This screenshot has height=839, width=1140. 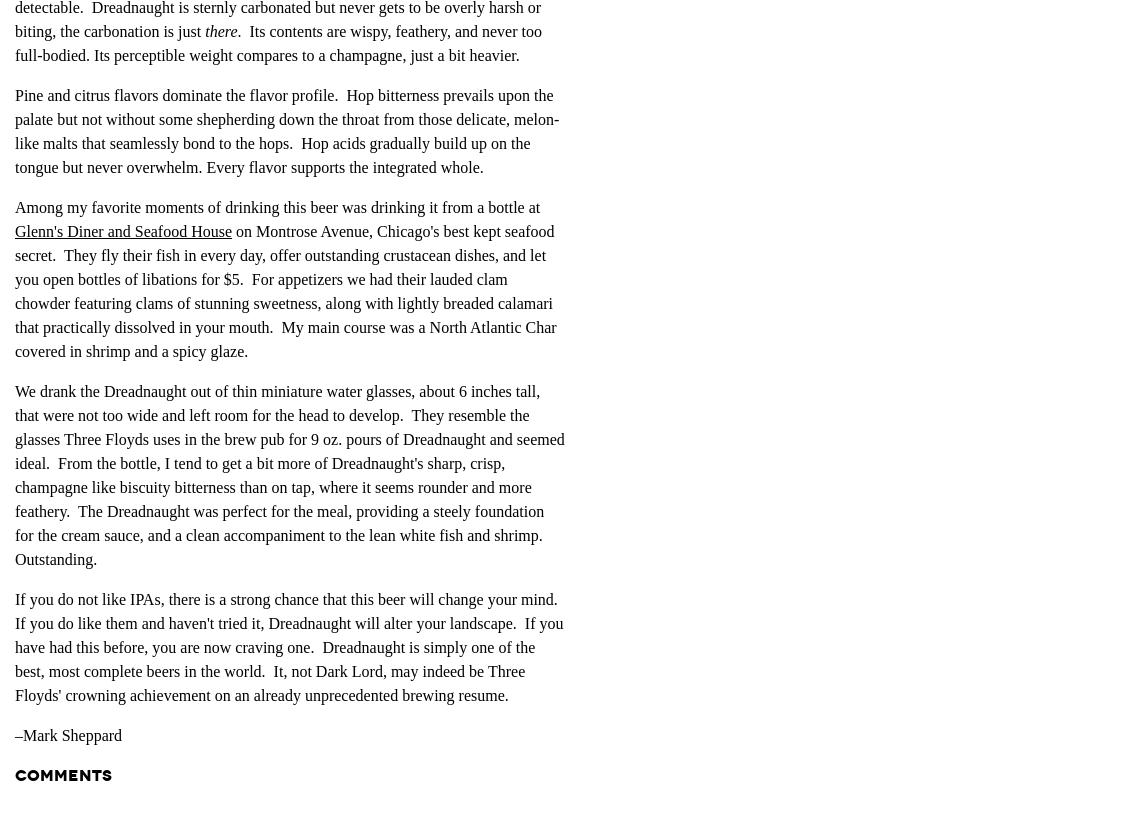 I want to click on '–Mark Sheppard', so click(x=68, y=733).